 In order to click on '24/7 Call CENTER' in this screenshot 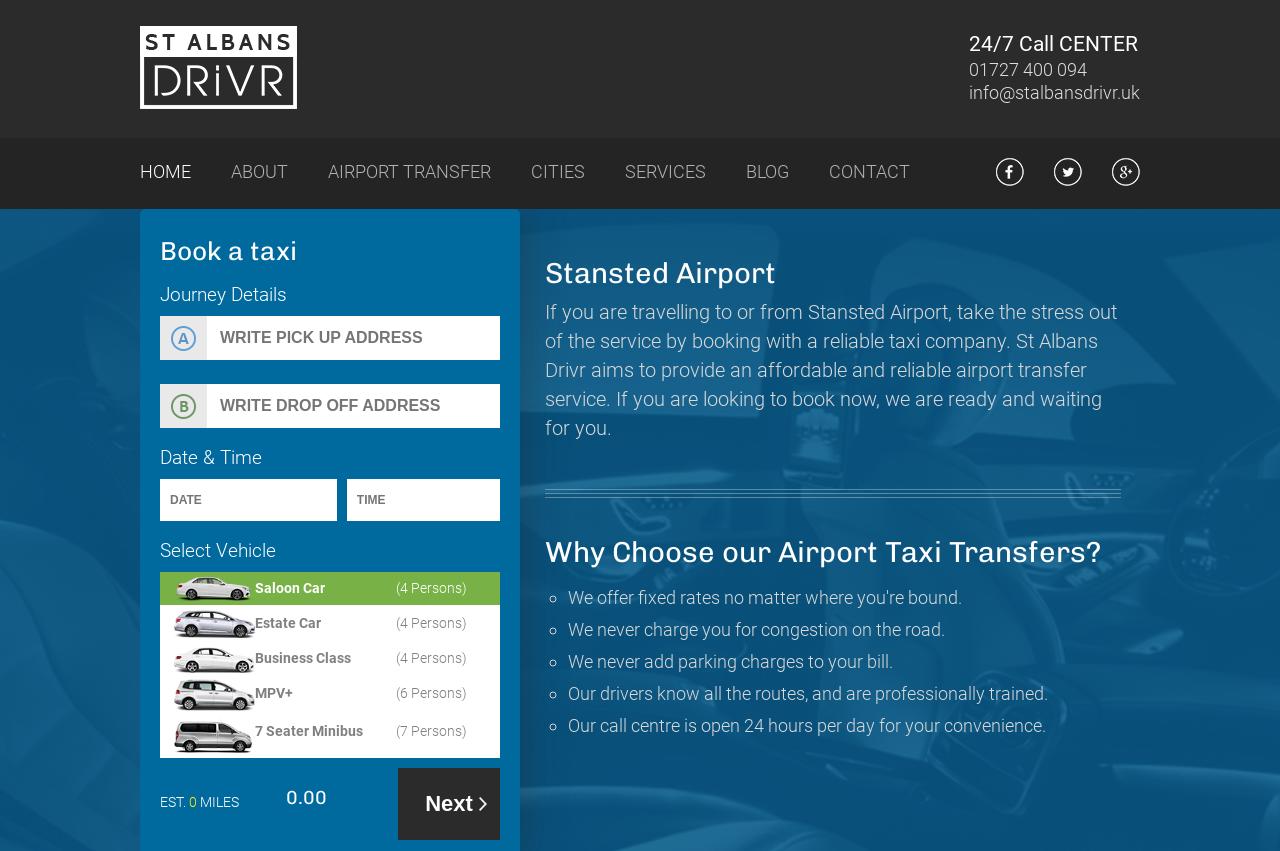, I will do `click(1052, 43)`.